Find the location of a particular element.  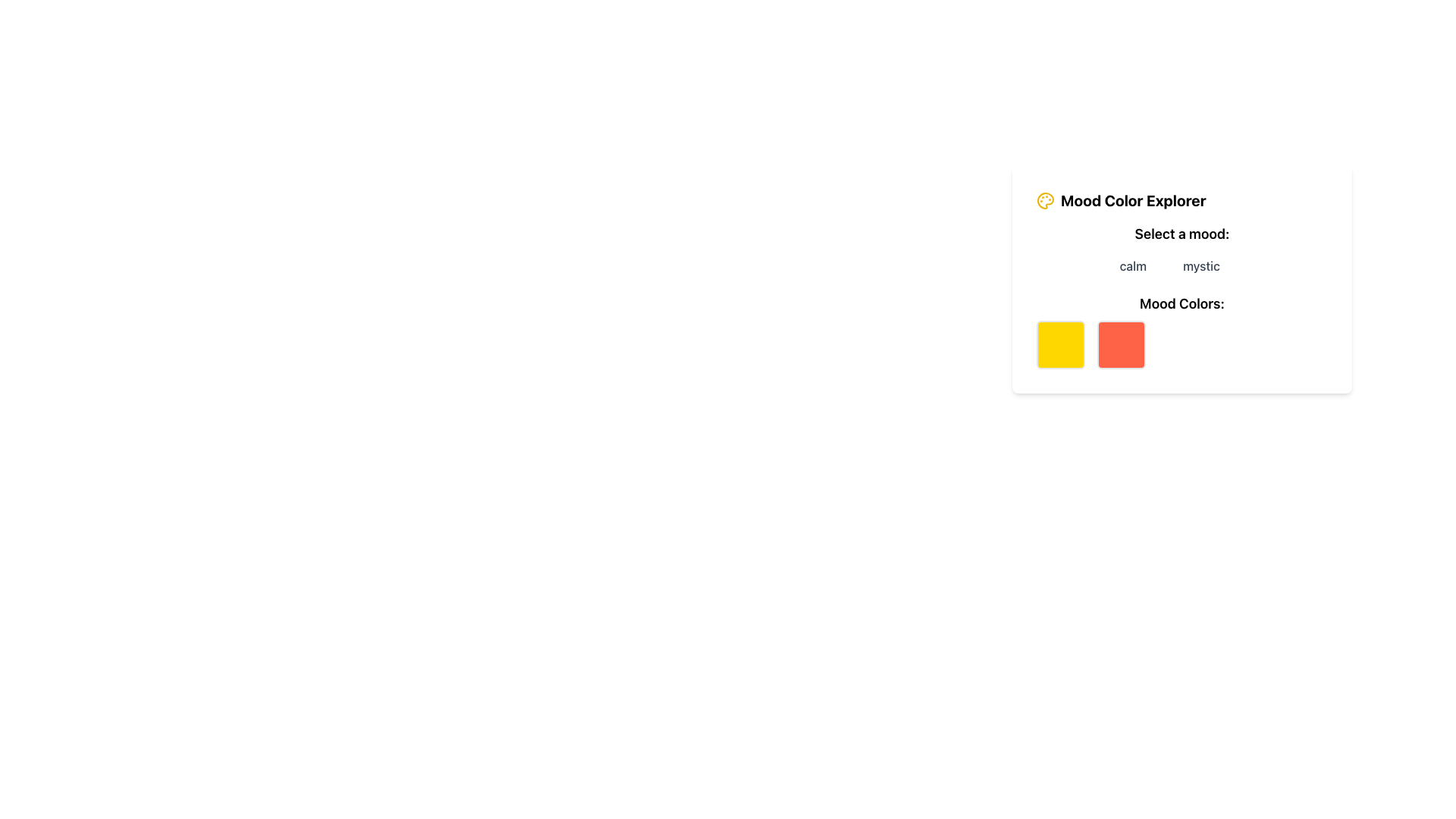

the Graphic icon representing the 'Mood Color Explorer', located in the upper-left corner of the card, next to the title text is located at coordinates (1044, 200).